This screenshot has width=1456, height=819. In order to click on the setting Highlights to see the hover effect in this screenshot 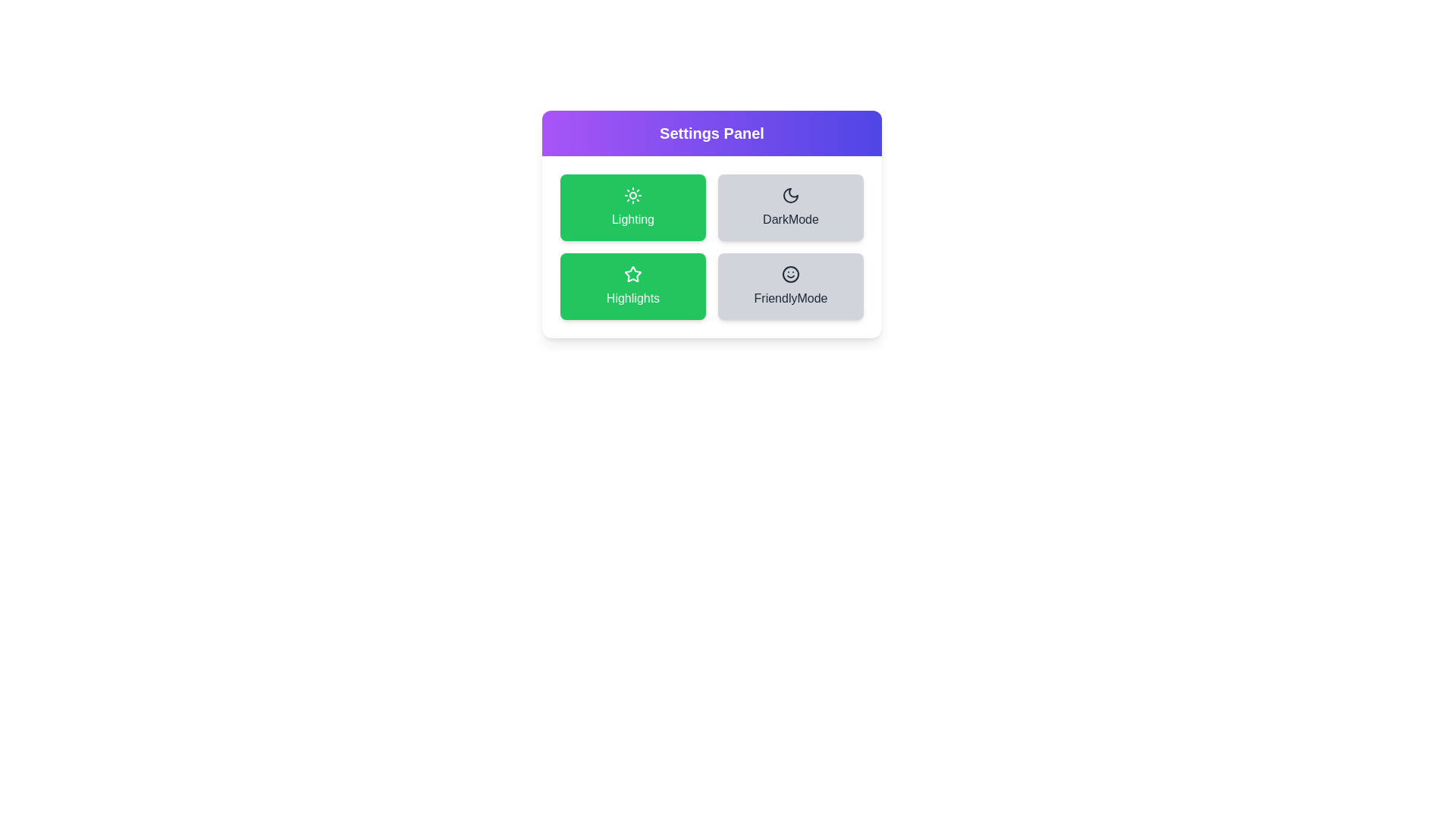, I will do `click(633, 287)`.